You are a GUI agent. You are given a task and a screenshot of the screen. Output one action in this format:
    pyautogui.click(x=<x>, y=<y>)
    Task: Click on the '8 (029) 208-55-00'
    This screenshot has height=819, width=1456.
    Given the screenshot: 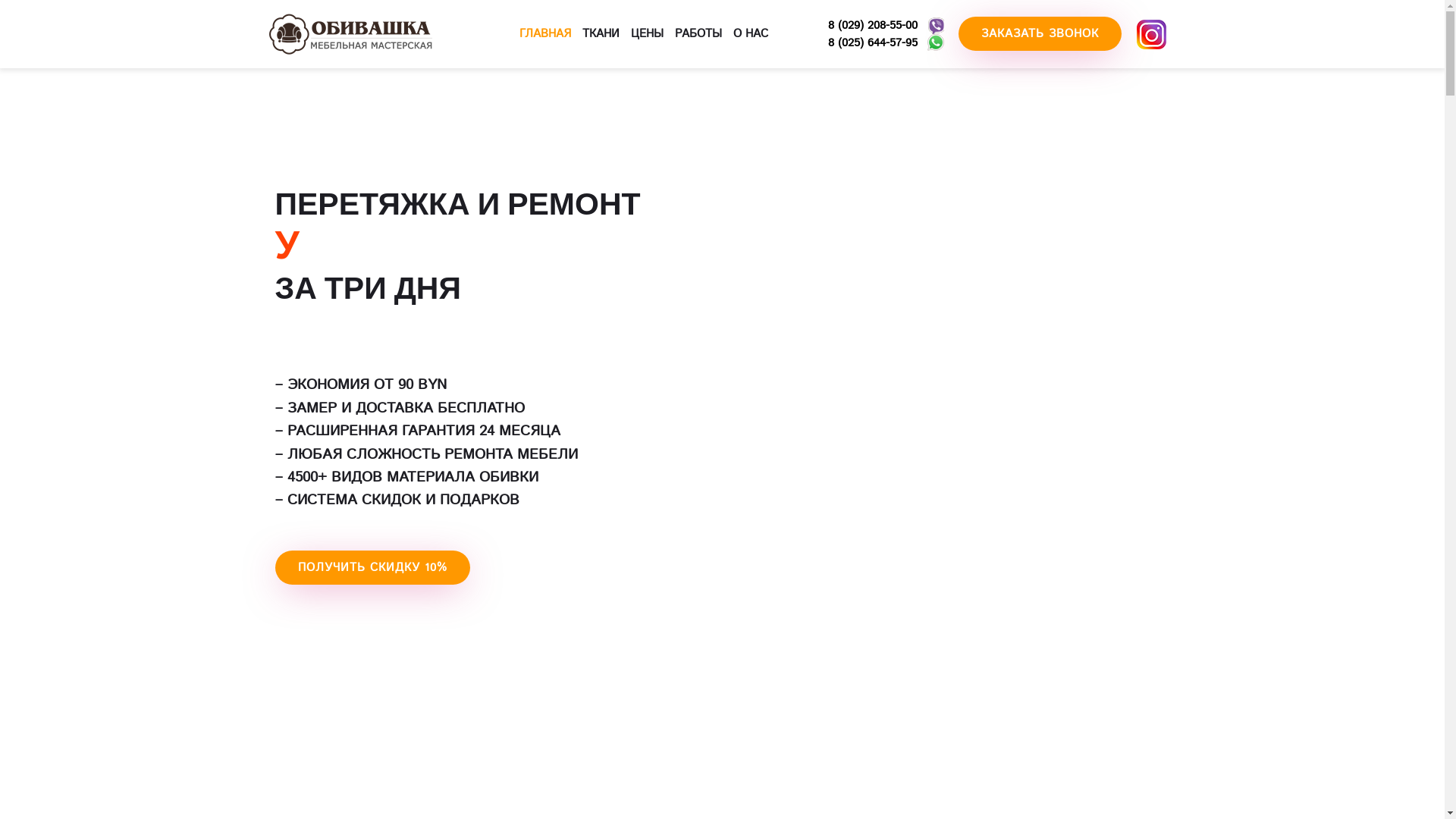 What is the action you would take?
    pyautogui.click(x=827, y=25)
    